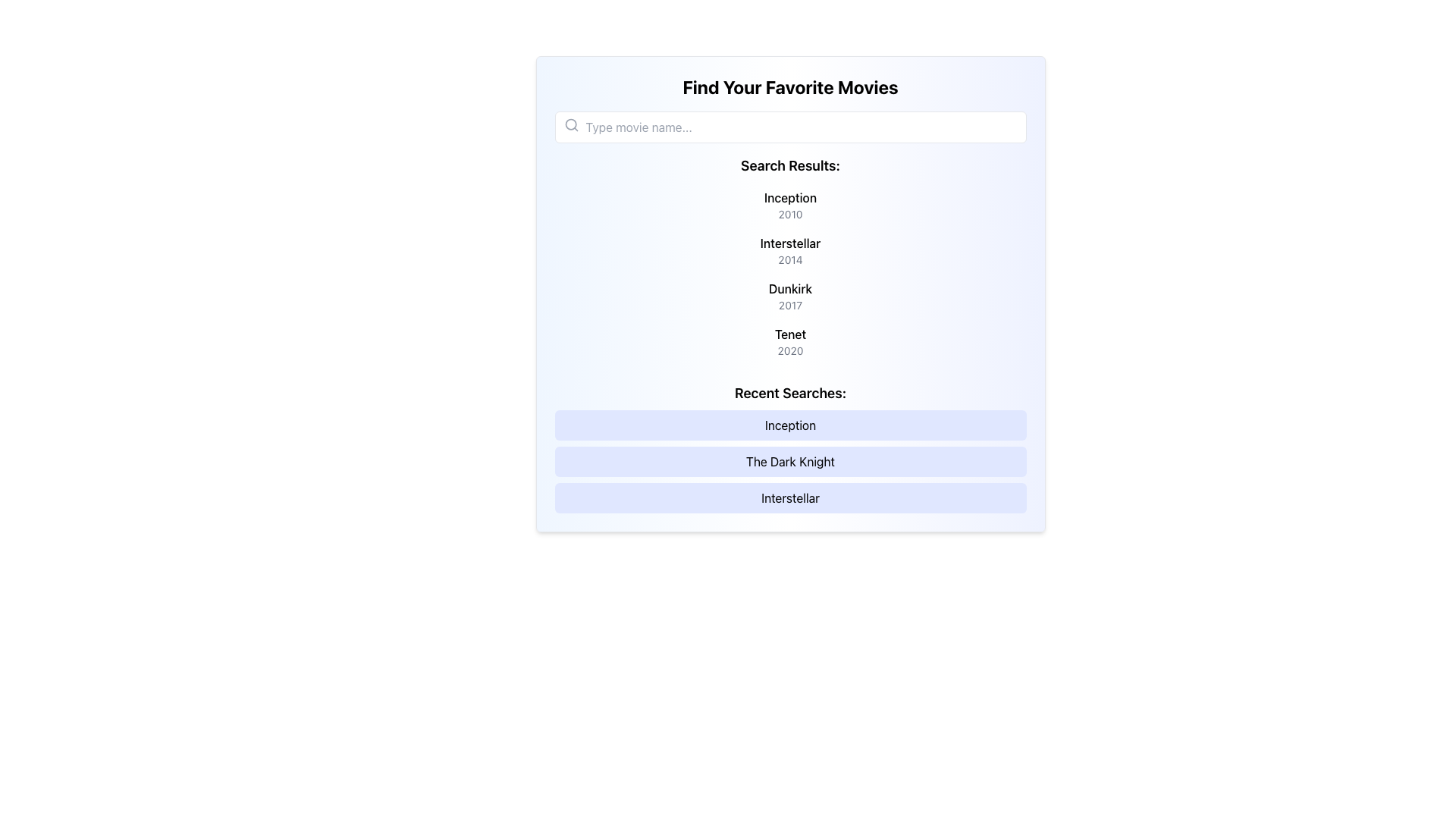 Image resolution: width=1456 pixels, height=819 pixels. I want to click on the search icon located at the leftmost end of the input field, which signifies the search functionality, so click(570, 124).